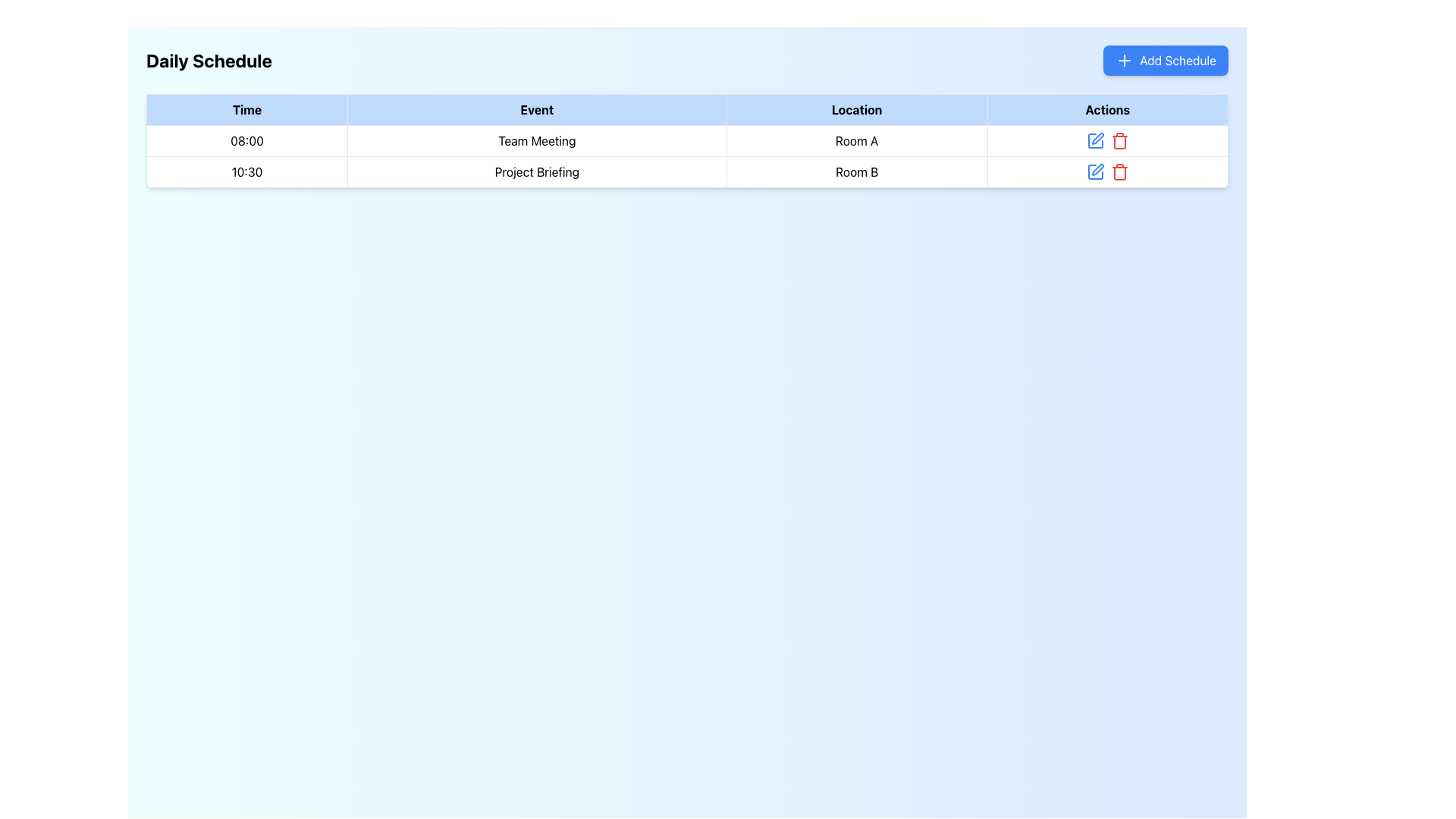  What do you see at coordinates (1095, 171) in the screenshot?
I see `the blue square-shaped icon with a pen symbol located in the 'Actions' column of the second row of the data table` at bounding box center [1095, 171].